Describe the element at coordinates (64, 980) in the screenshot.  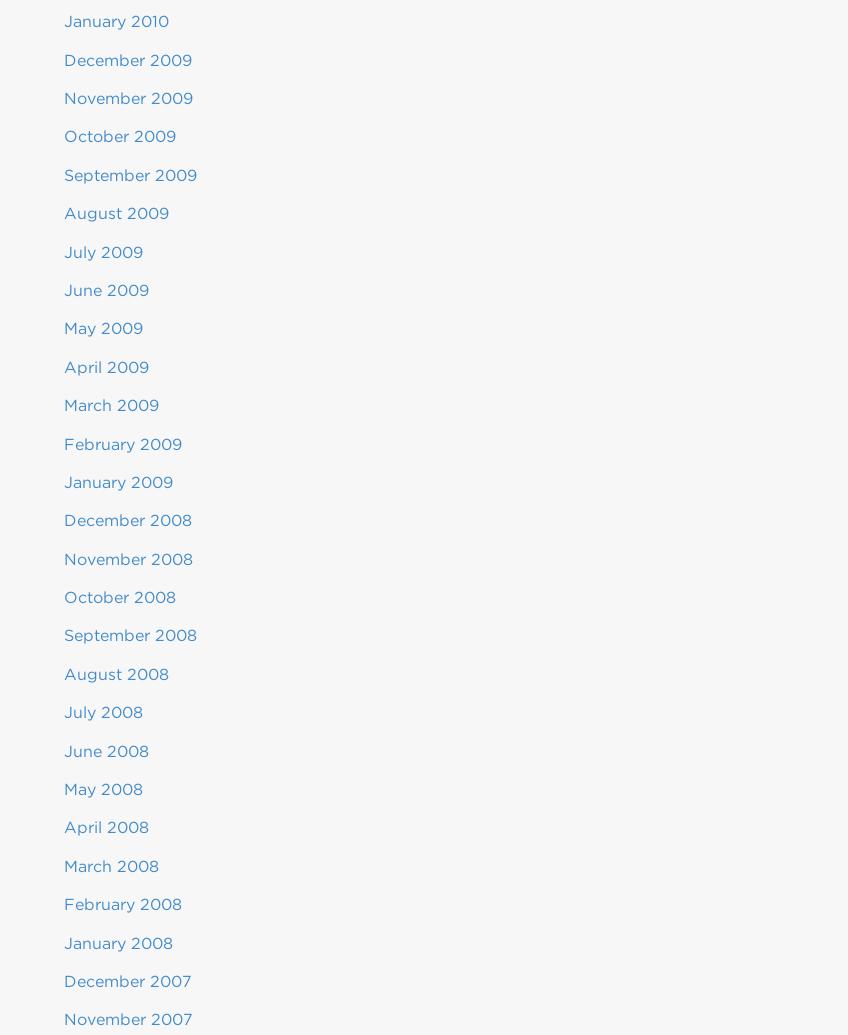
I see `'December 2007'` at that location.